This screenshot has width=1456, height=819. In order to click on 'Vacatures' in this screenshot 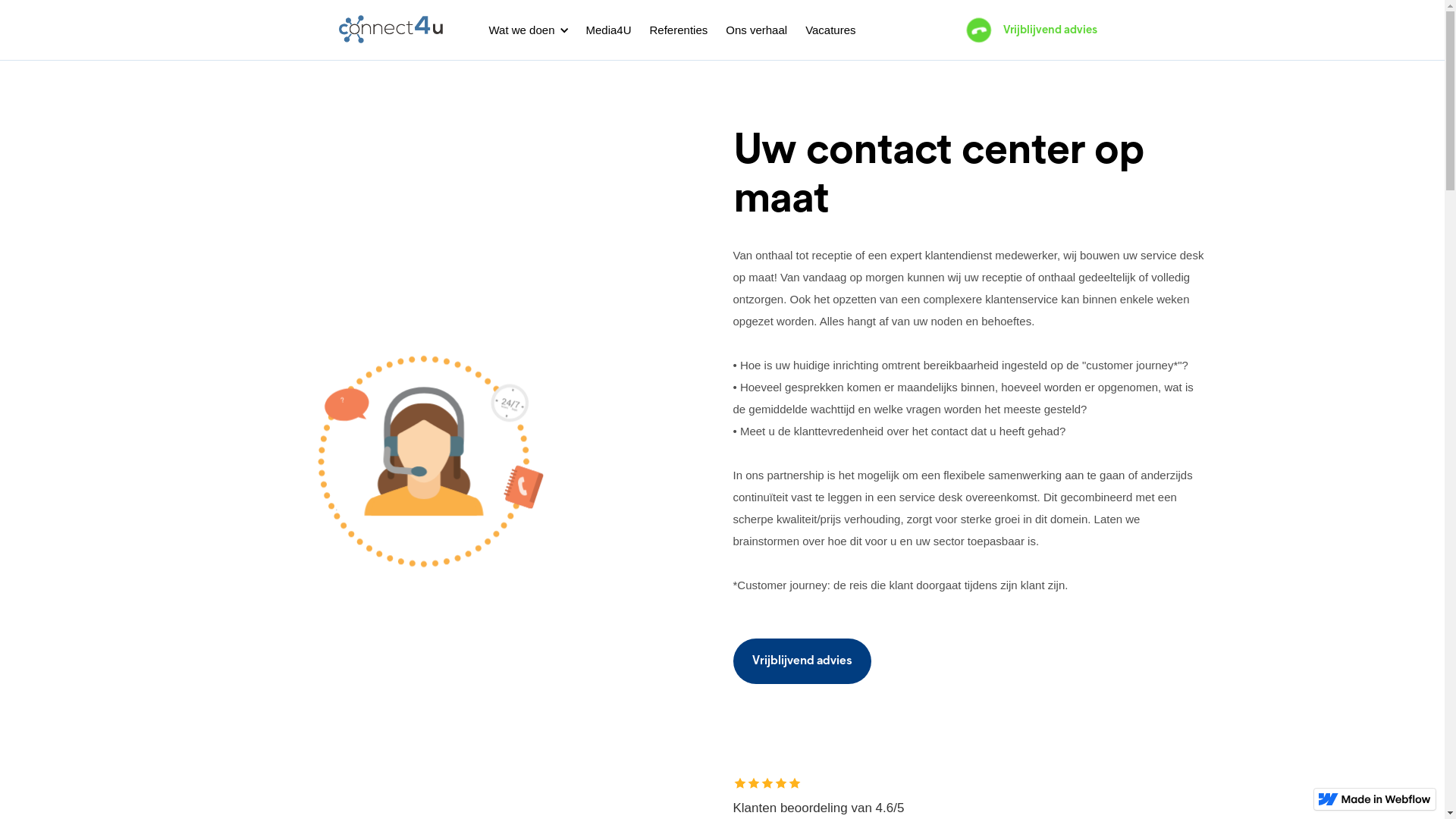, I will do `click(829, 30)`.